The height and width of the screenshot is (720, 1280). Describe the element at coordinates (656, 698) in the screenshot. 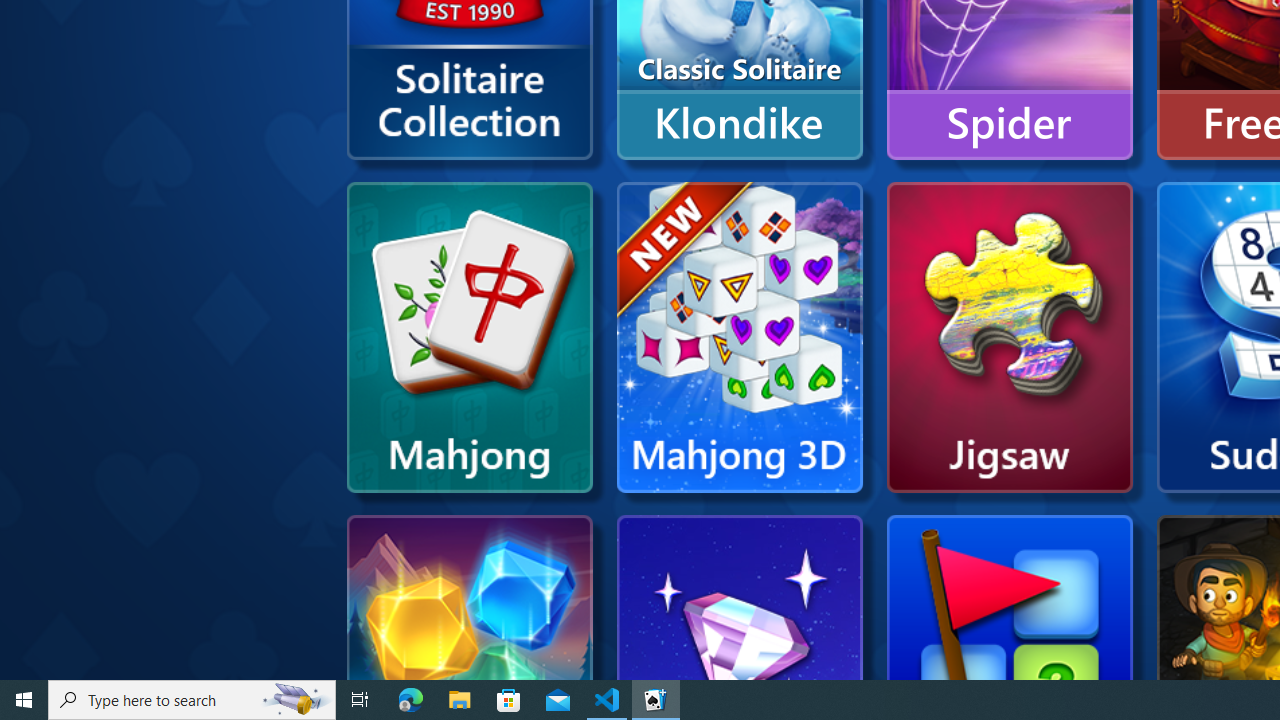

I see `'Solitaire & Casual Games - 1 running window'` at that location.